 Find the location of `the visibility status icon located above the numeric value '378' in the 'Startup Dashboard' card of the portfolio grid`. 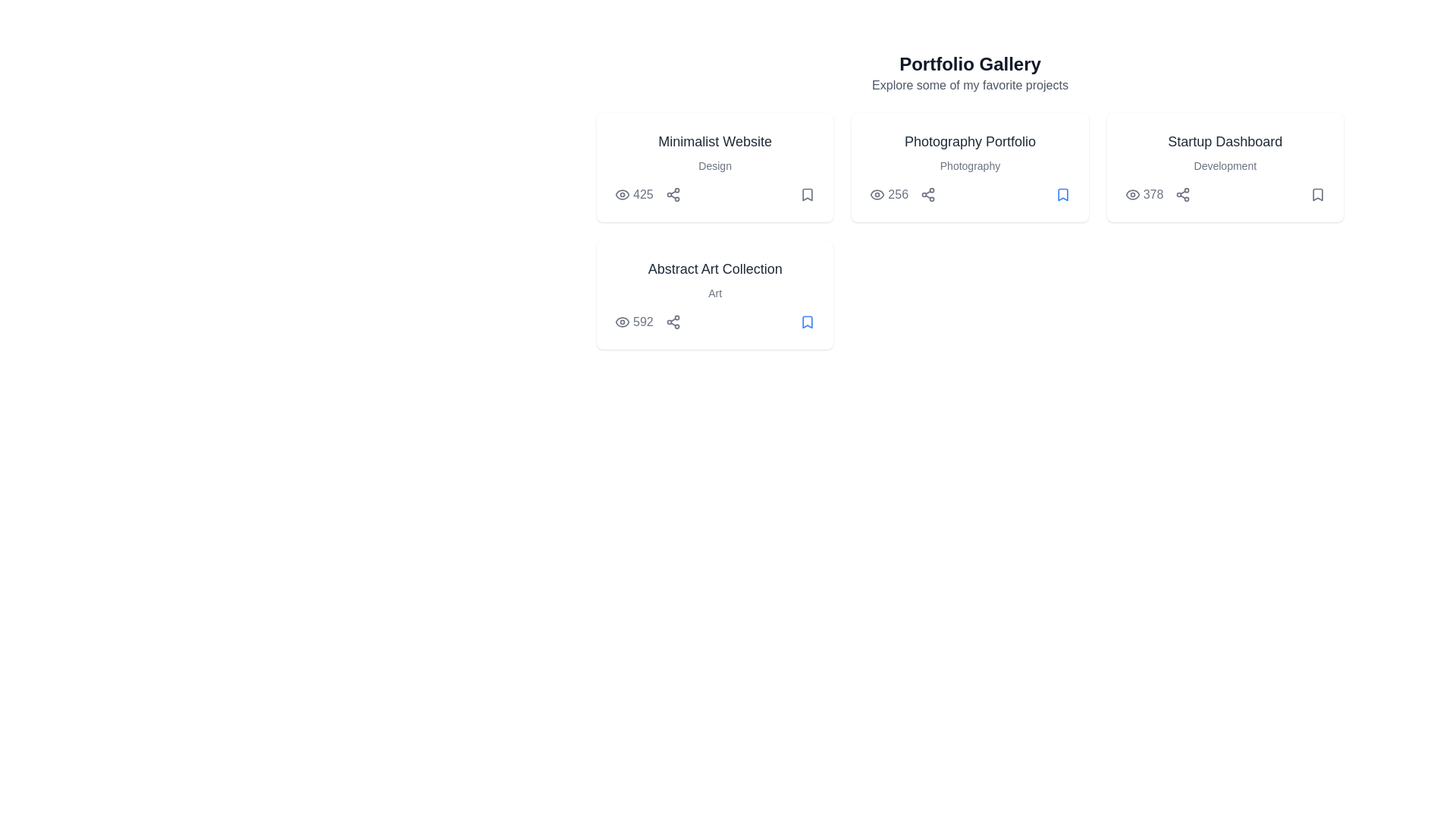

the visibility status icon located above the numeric value '378' in the 'Startup Dashboard' card of the portfolio grid is located at coordinates (1132, 194).